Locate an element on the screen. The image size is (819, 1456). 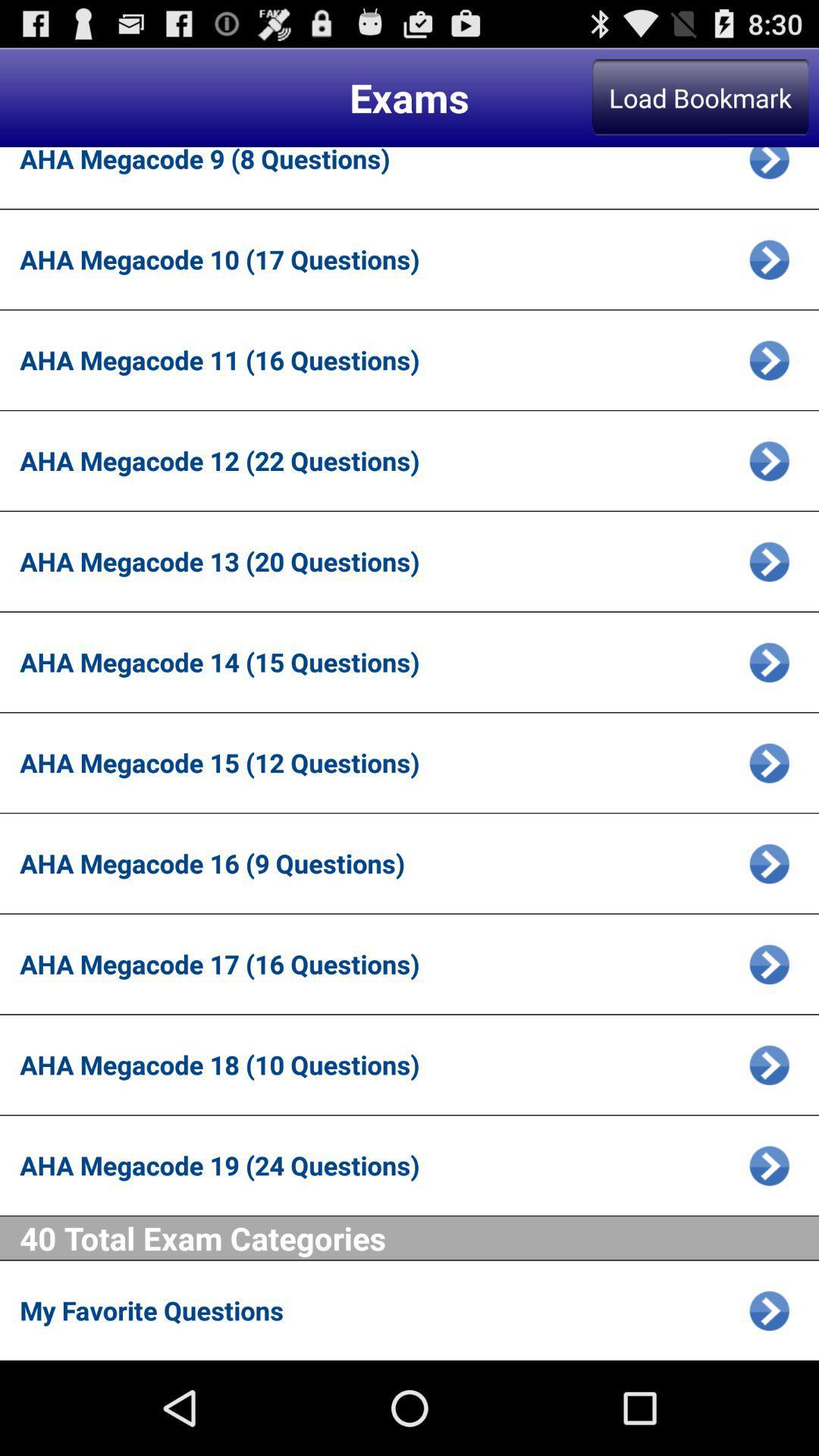
go to is located at coordinates (769, 359).